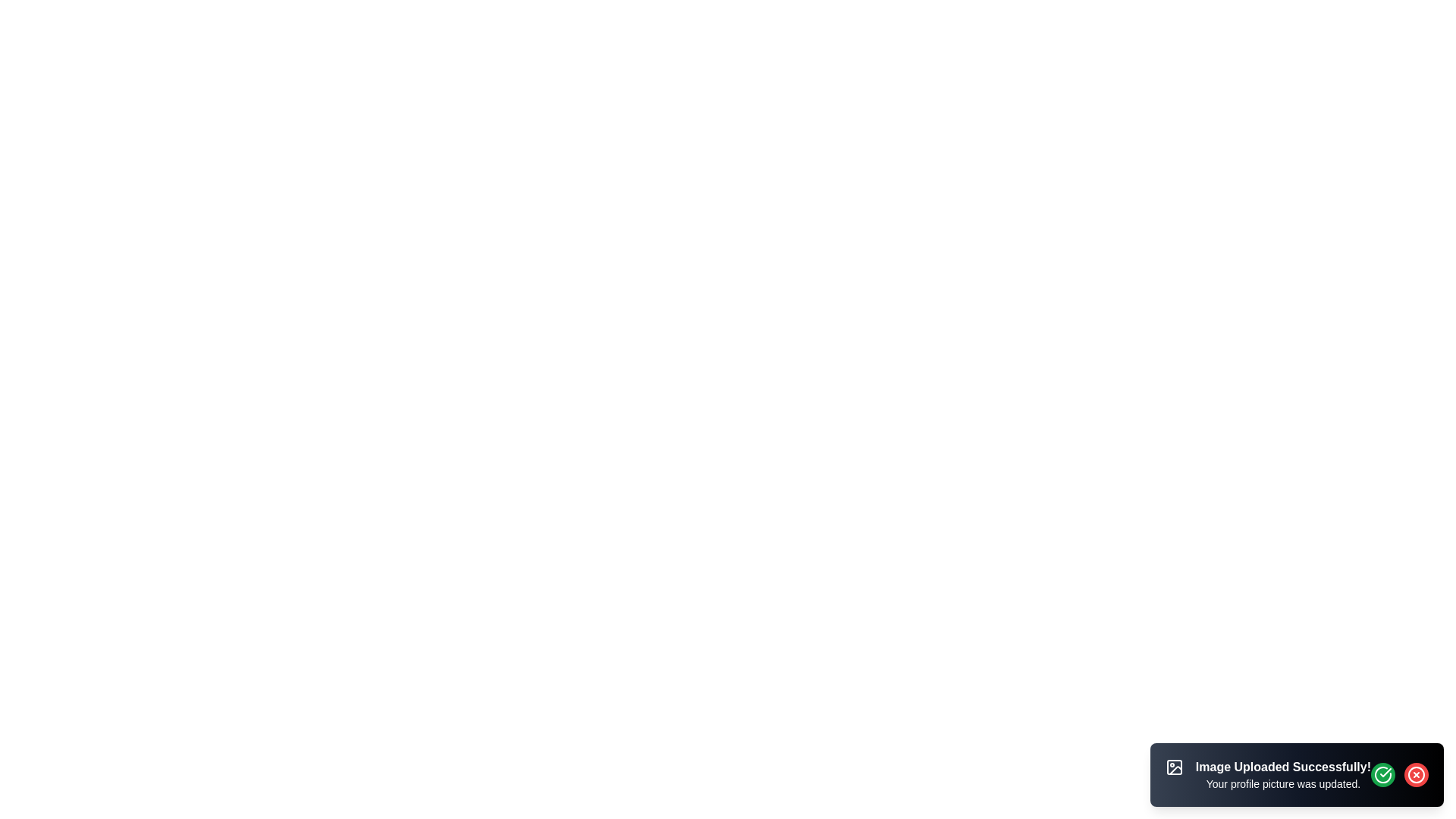 The width and height of the screenshot is (1456, 819). I want to click on the confirm button to confirm the action, so click(1383, 775).